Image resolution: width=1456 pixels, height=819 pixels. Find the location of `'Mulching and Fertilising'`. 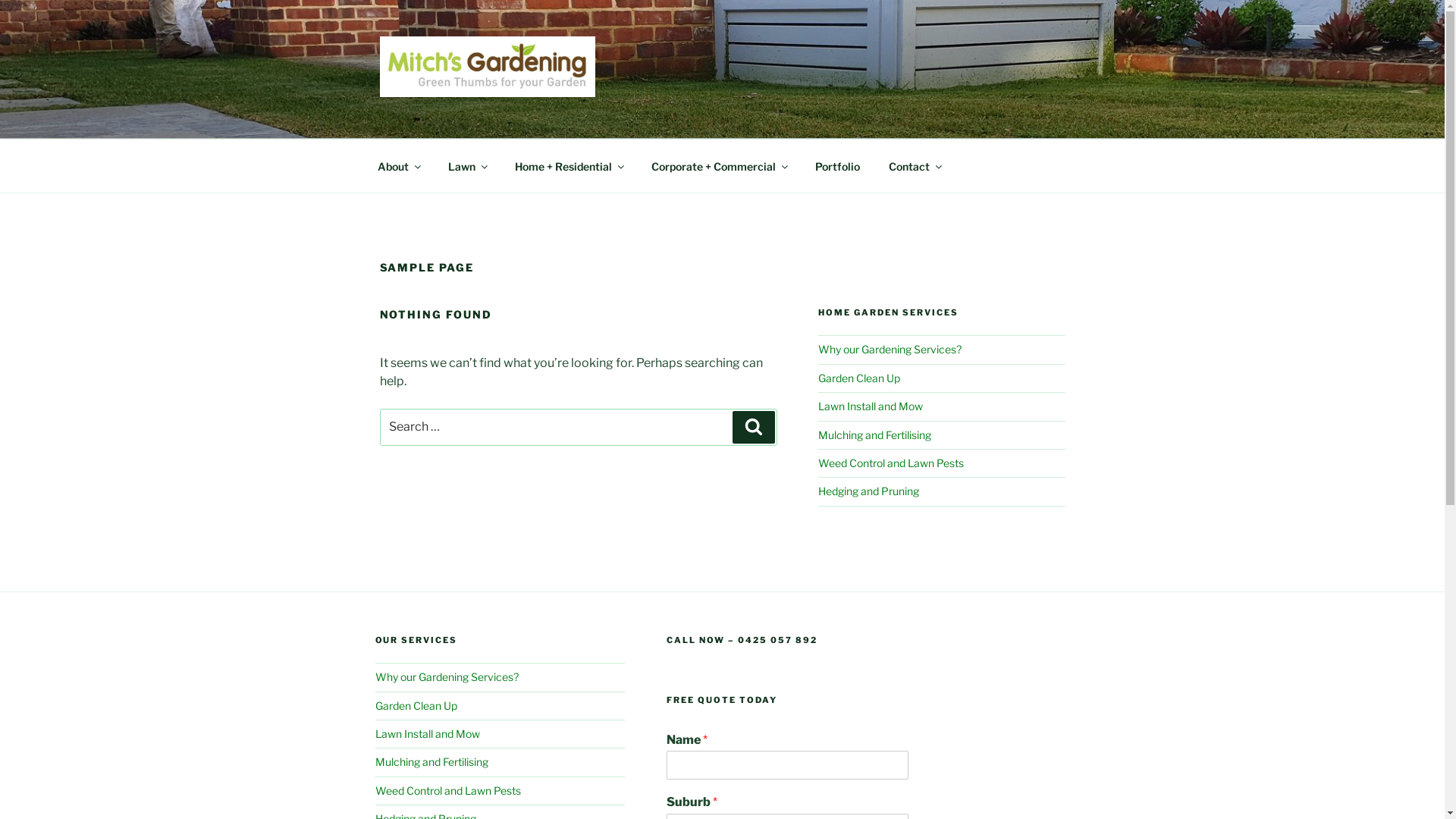

'Mulching and Fertilising' is located at coordinates (430, 761).